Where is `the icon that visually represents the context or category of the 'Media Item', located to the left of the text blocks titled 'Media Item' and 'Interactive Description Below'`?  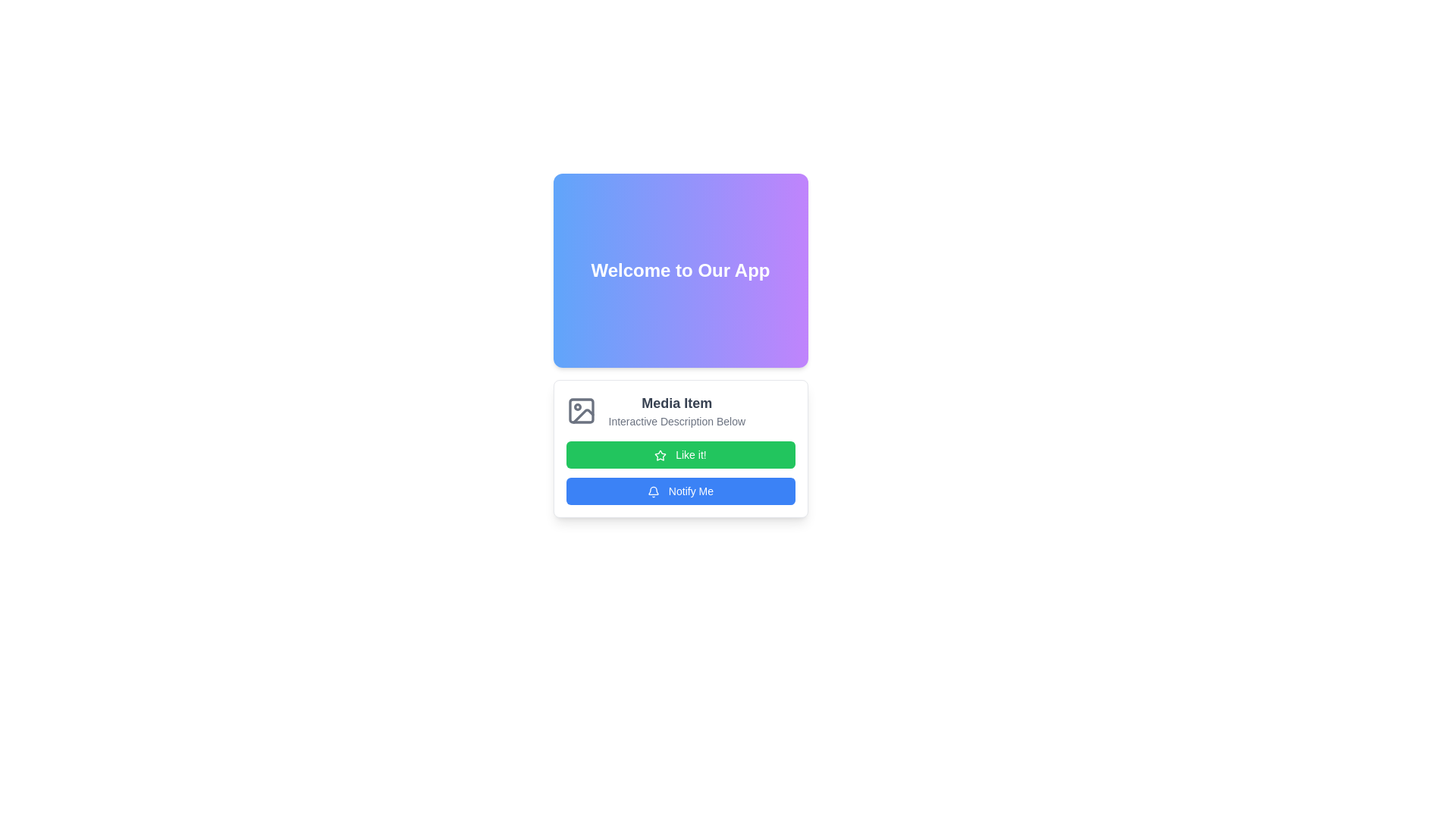
the icon that visually represents the context or category of the 'Media Item', located to the left of the text blocks titled 'Media Item' and 'Interactive Description Below' is located at coordinates (580, 411).